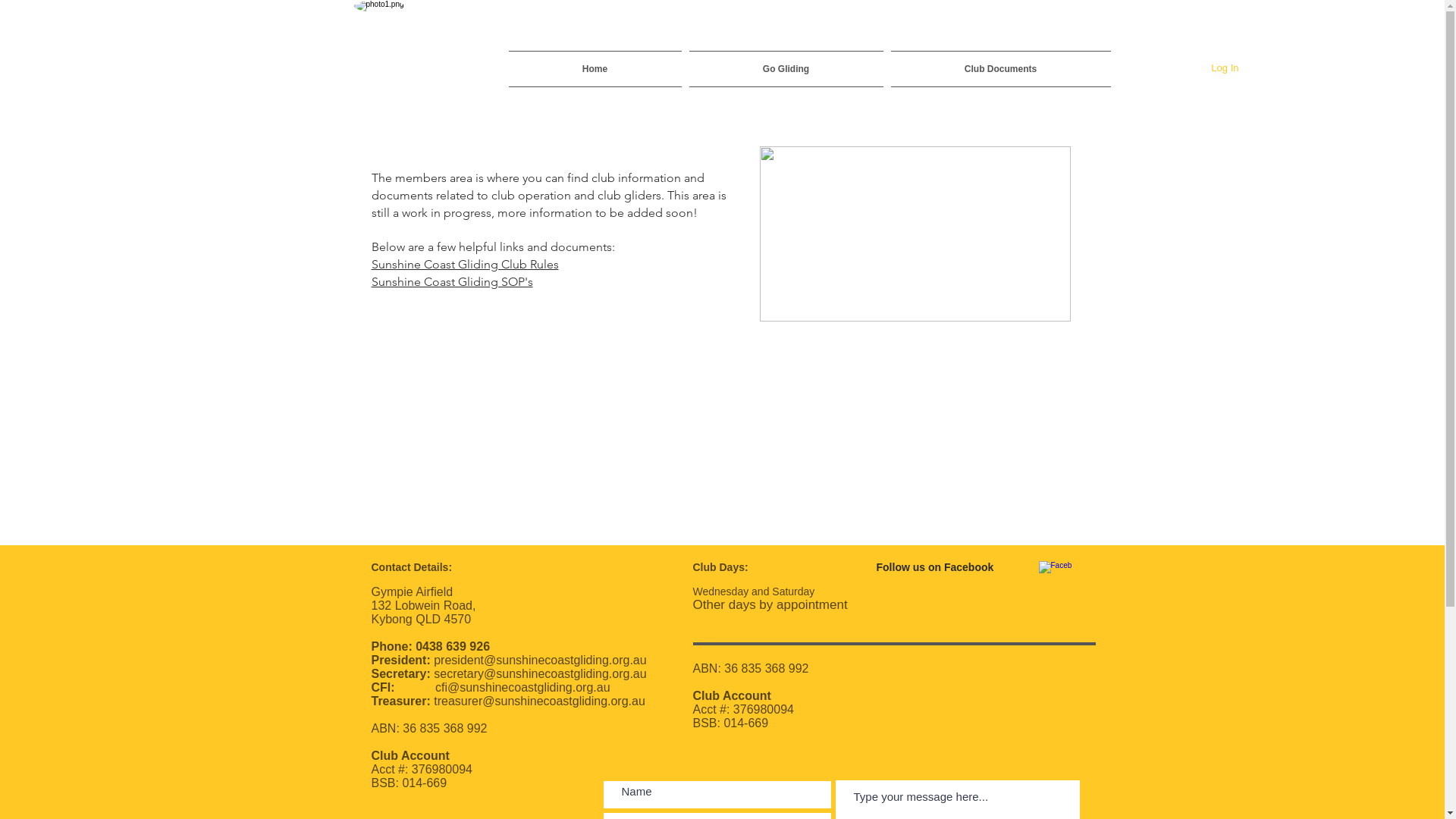  Describe the element at coordinates (914, 234) in the screenshot. I see `'Gympie 8000ft.jpg'` at that location.